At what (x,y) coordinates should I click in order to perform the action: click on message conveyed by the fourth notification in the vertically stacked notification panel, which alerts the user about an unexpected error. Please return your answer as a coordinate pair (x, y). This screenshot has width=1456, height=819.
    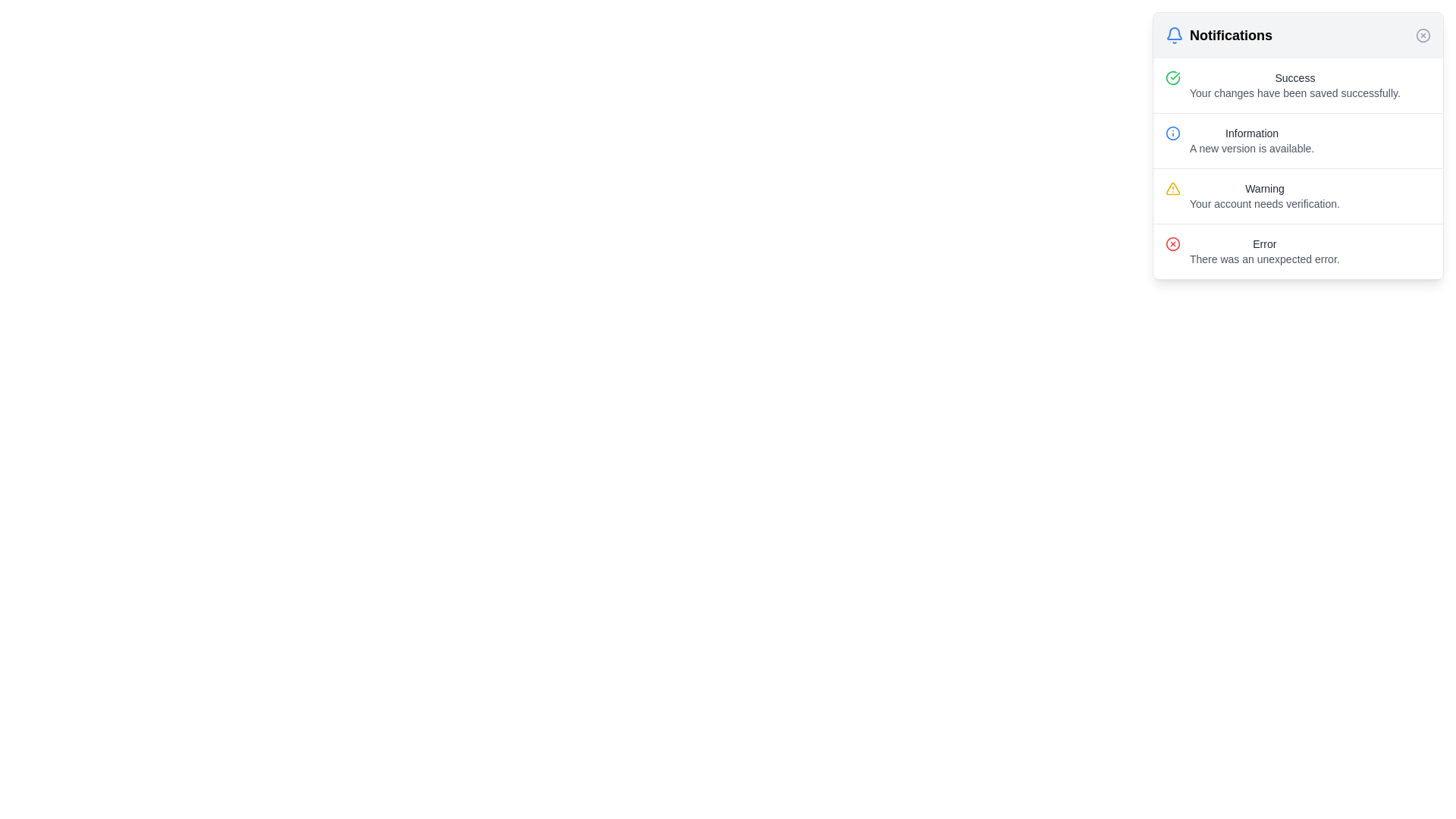
    Looking at the image, I should click on (1298, 250).